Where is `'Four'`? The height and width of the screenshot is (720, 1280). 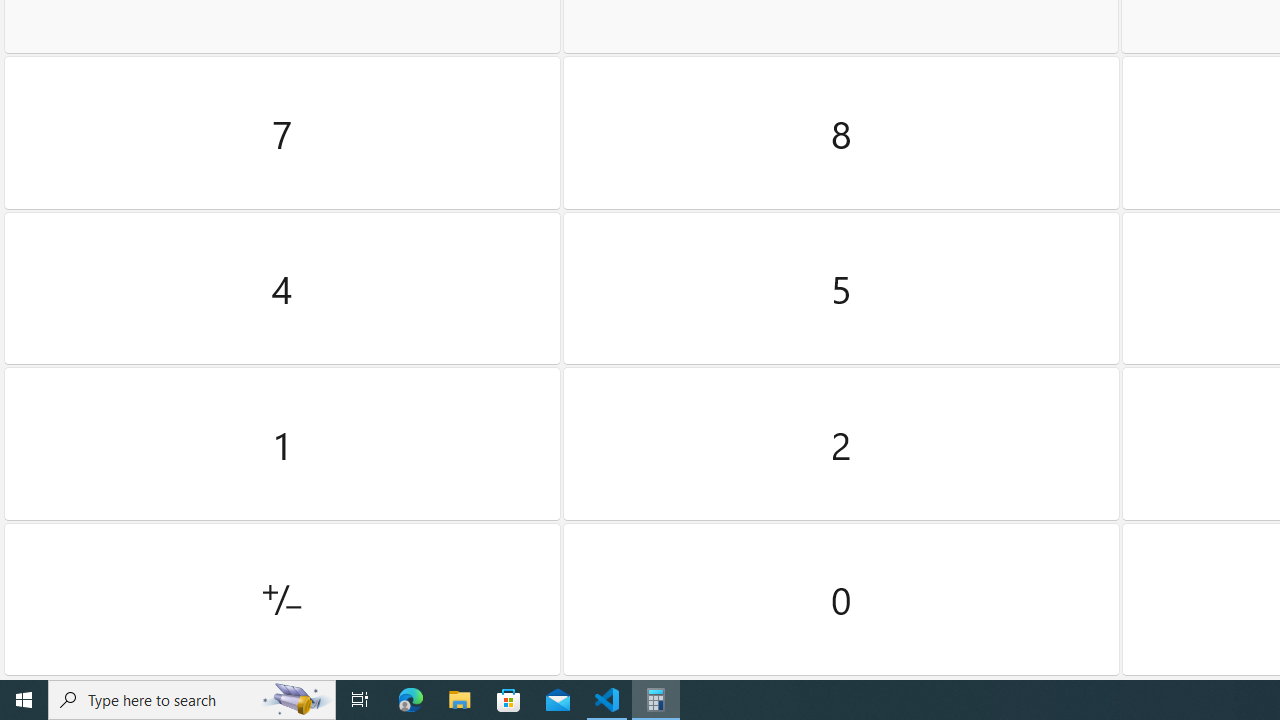 'Four' is located at coordinates (281, 288).